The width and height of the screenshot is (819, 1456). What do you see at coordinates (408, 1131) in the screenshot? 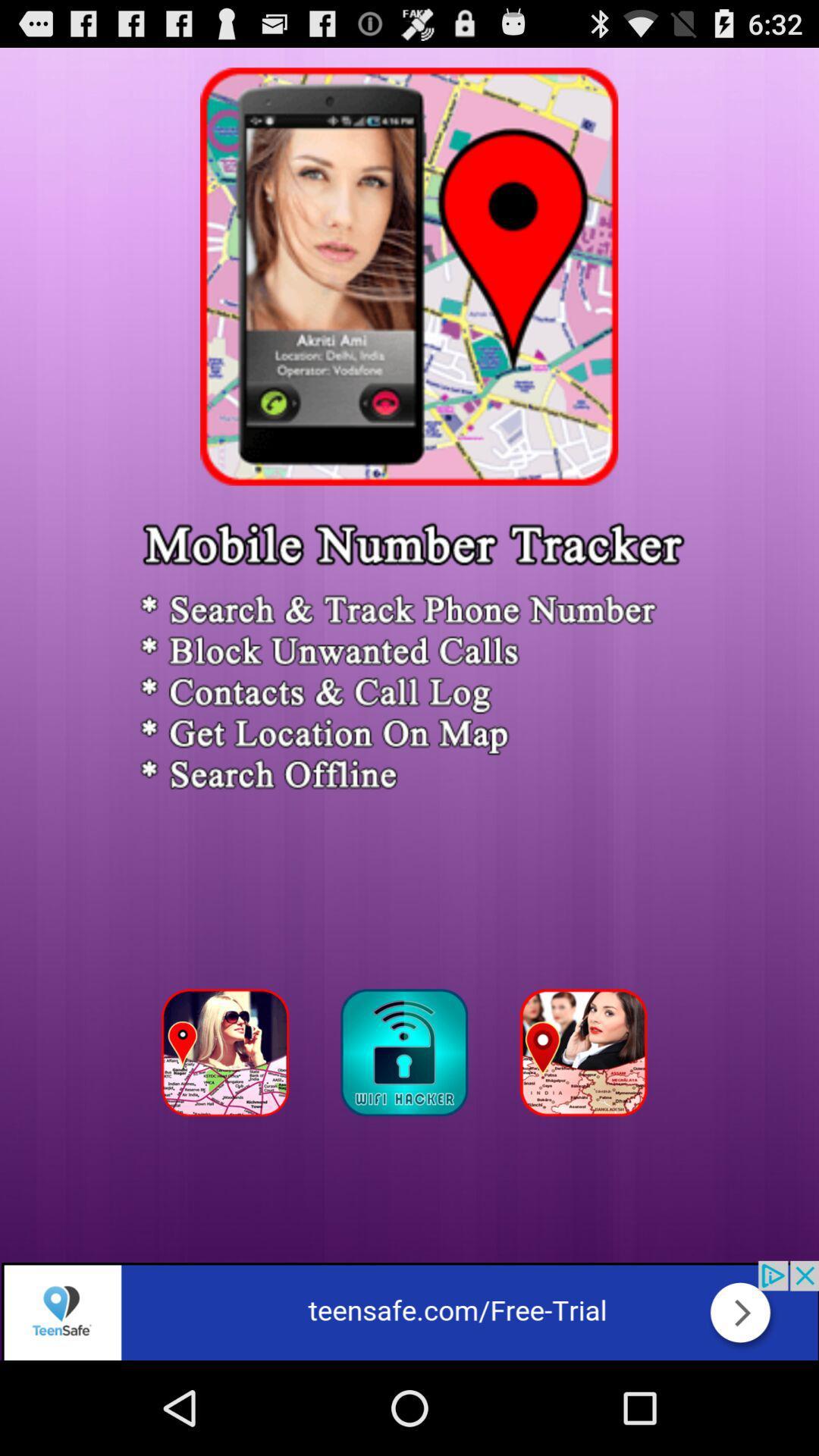
I see `the network_wifi icon` at bounding box center [408, 1131].